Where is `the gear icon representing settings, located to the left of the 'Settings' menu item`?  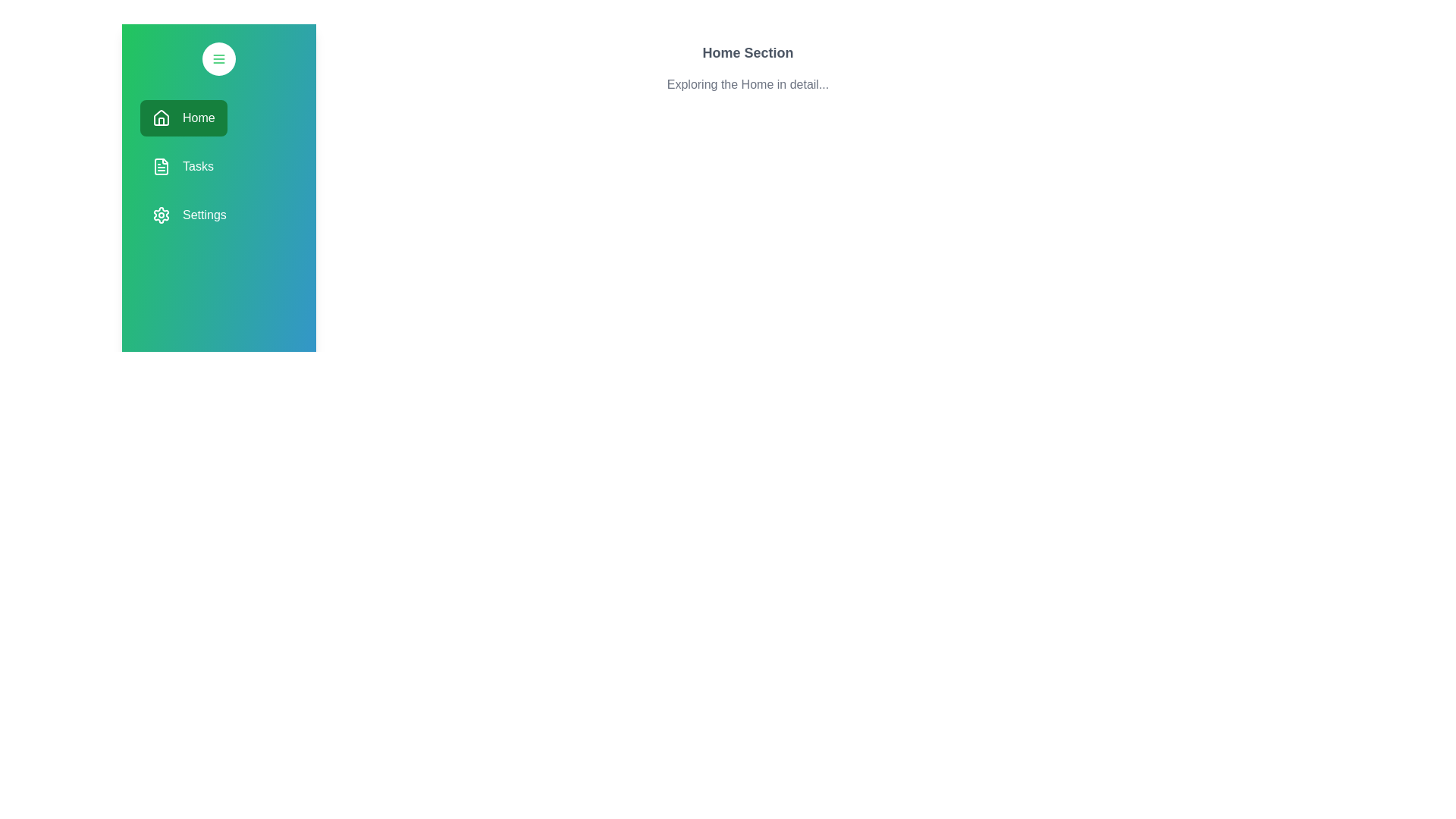 the gear icon representing settings, located to the left of the 'Settings' menu item is located at coordinates (161, 215).